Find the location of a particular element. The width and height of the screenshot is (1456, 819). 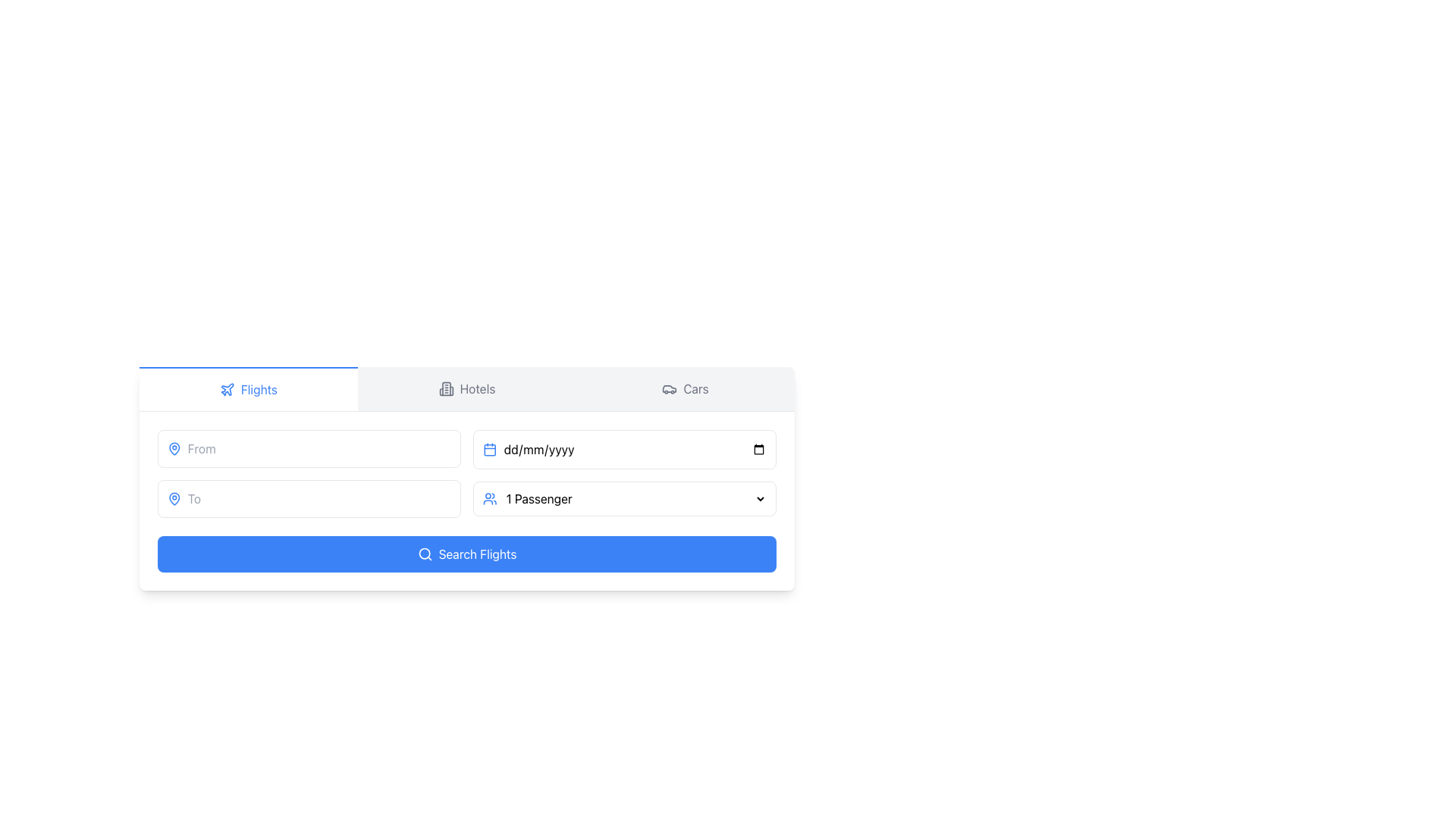

the 'Cars' button located as the third and rightmost element in the navigation section is located at coordinates (684, 388).